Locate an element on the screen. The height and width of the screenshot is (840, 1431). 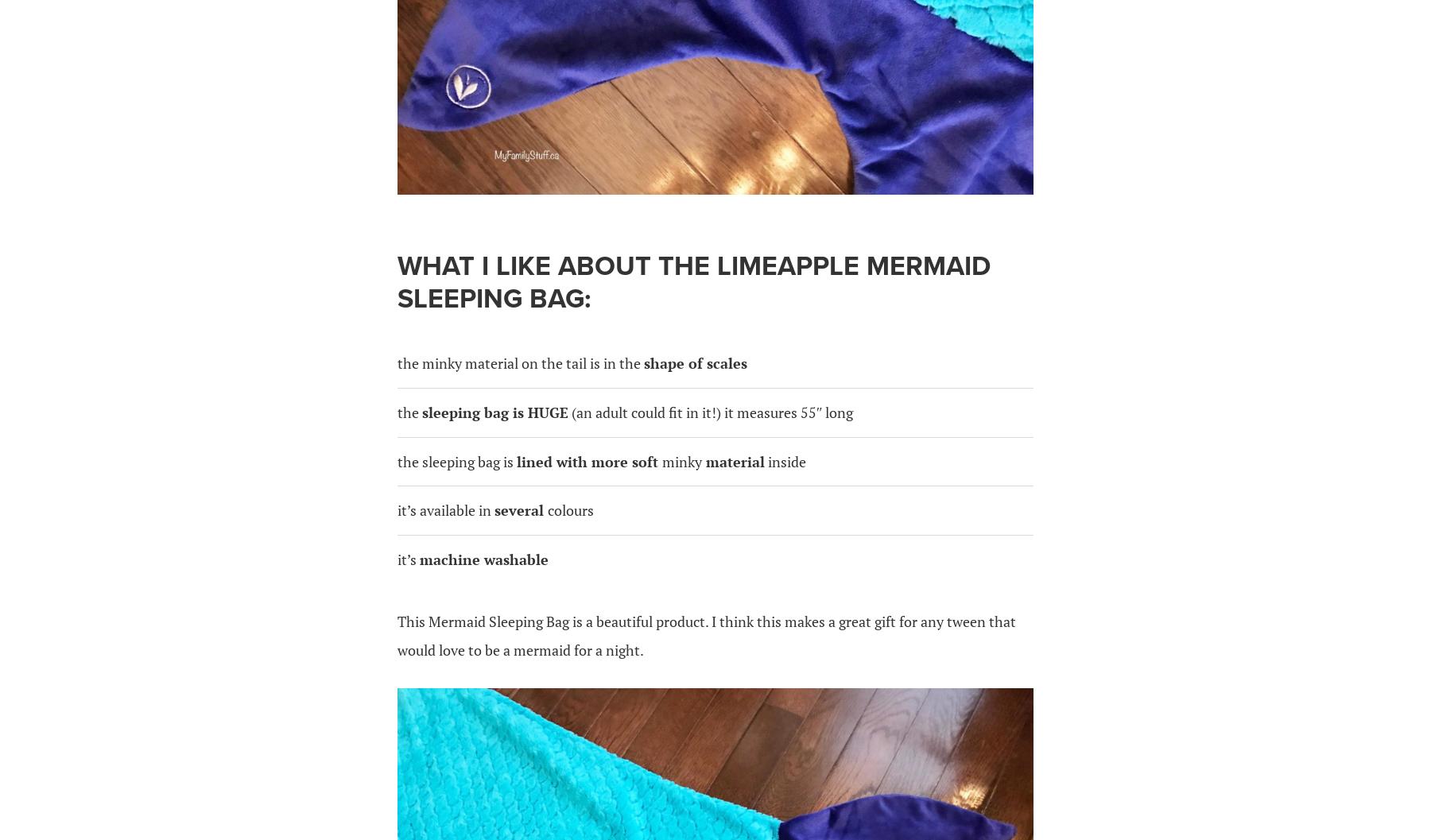
'sleeping bag is HUGE' is located at coordinates (421, 412).